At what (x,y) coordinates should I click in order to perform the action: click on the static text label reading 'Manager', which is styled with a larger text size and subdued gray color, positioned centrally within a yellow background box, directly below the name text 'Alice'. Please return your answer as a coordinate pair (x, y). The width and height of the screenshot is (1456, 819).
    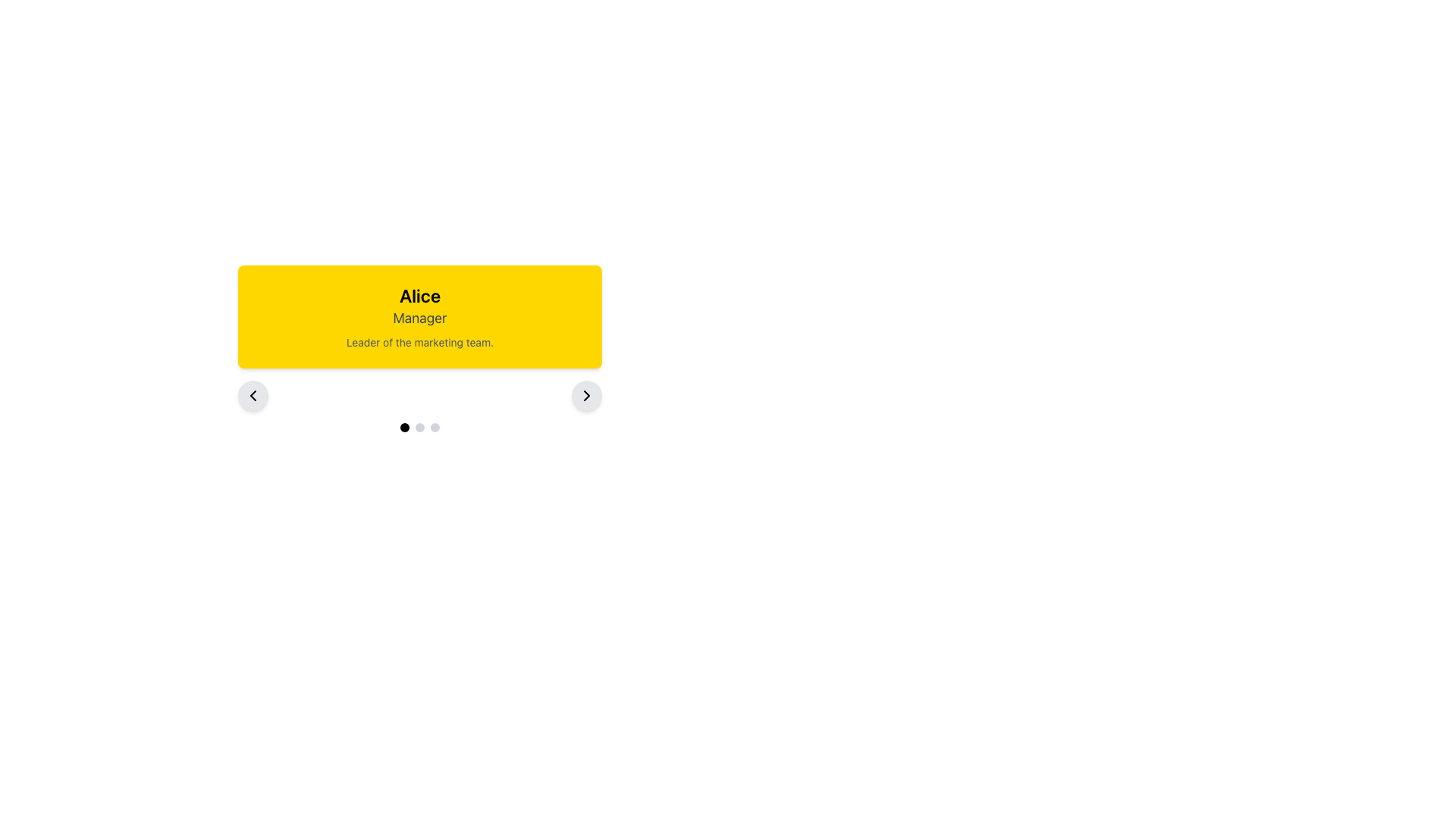
    Looking at the image, I should click on (419, 318).